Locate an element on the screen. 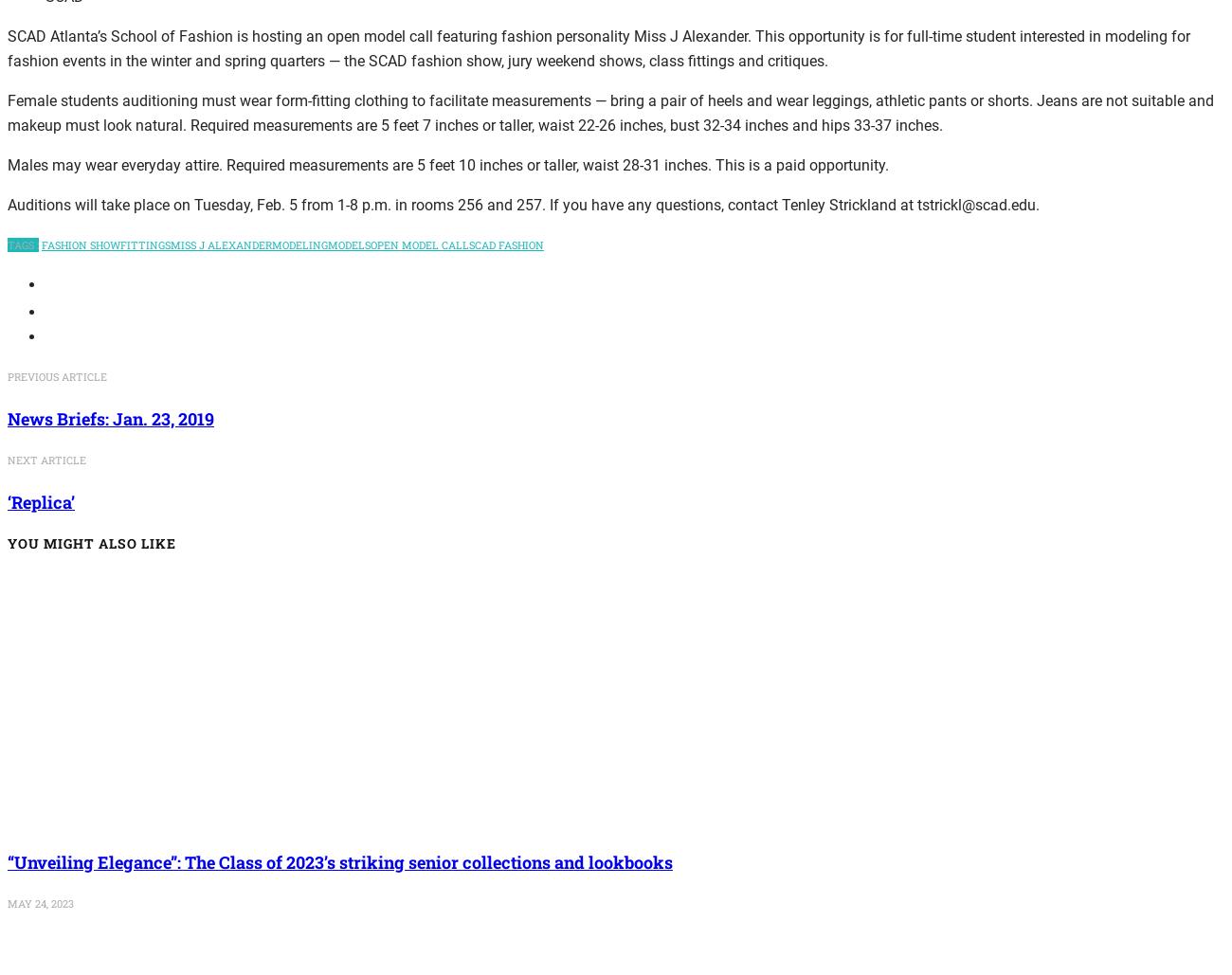 The width and height of the screenshot is (1232, 975). 'modeling' is located at coordinates (299, 243).